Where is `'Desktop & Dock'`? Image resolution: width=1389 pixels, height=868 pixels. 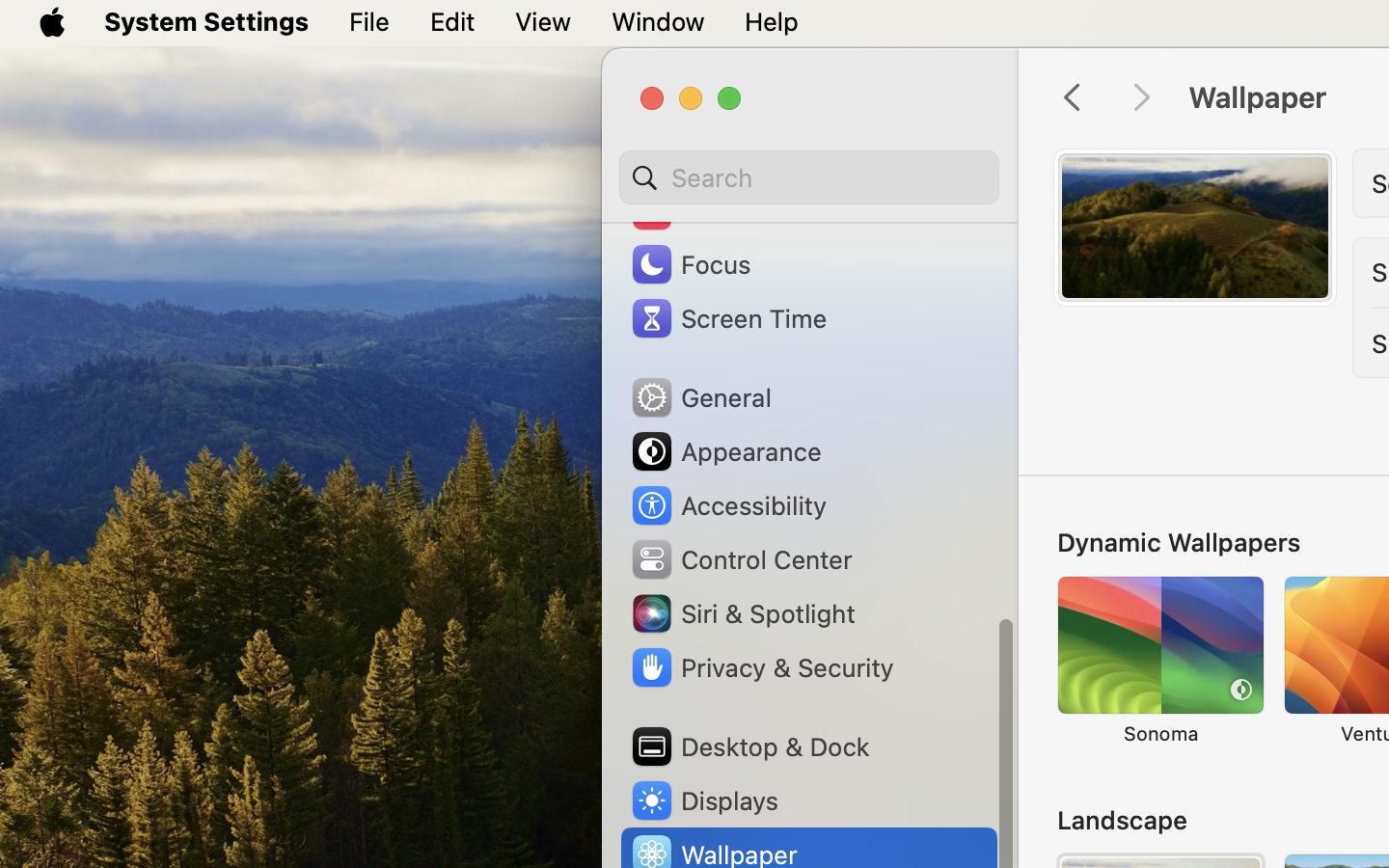 'Desktop & Dock' is located at coordinates (749, 746).